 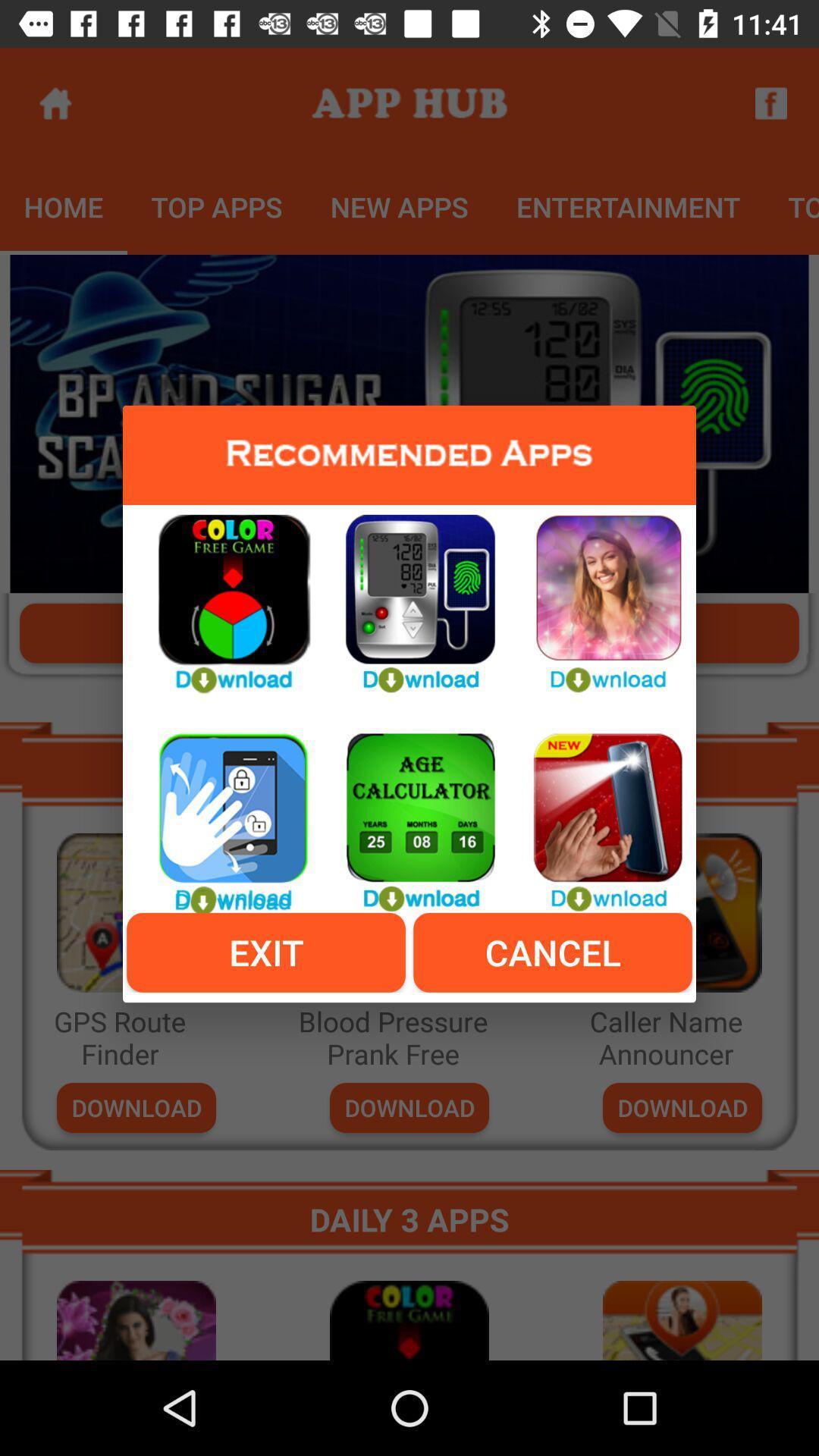 What do you see at coordinates (595, 813) in the screenshot?
I see `for some image` at bounding box center [595, 813].